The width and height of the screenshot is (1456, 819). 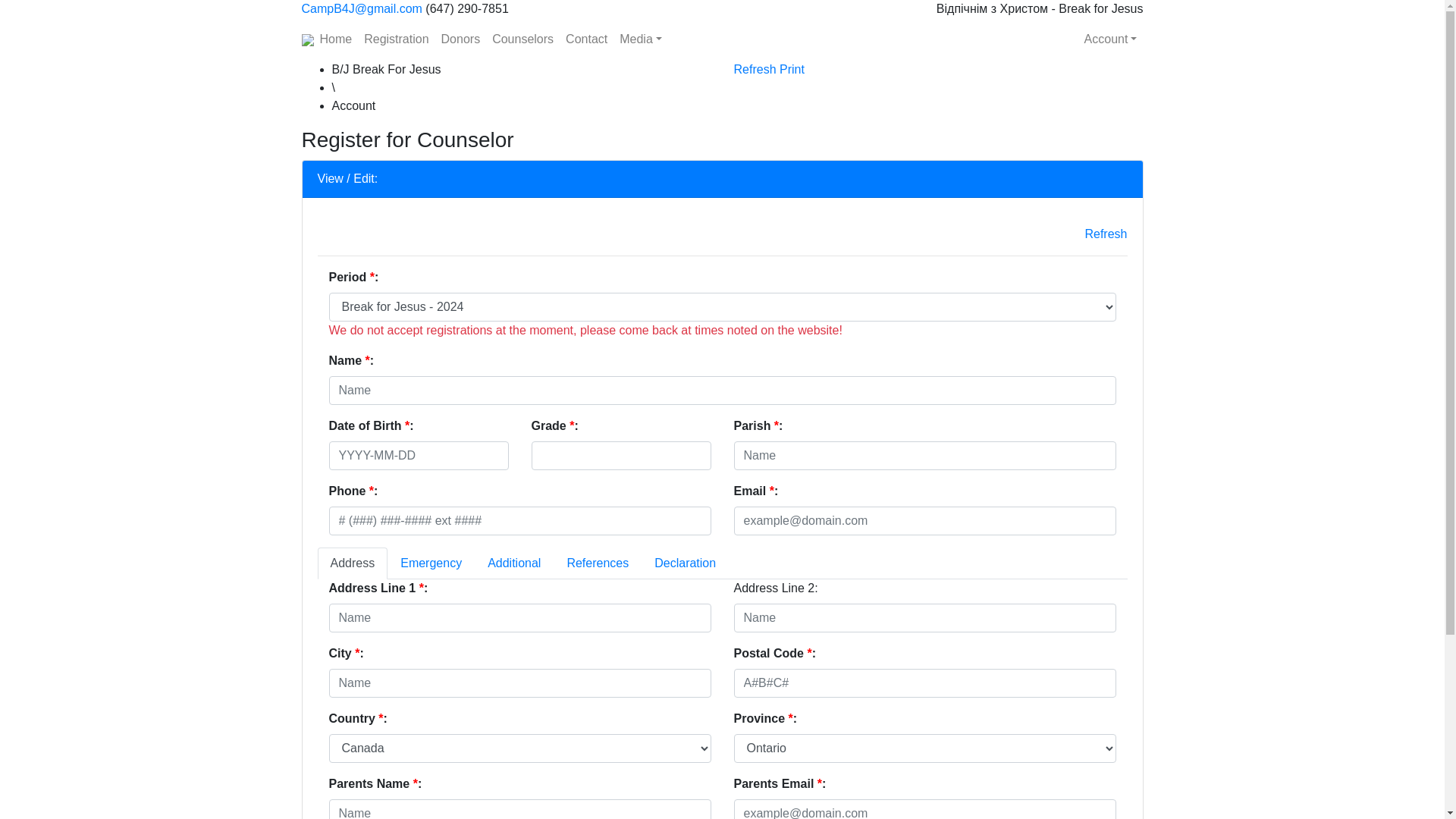 What do you see at coordinates (1106, 234) in the screenshot?
I see `'Refresh'` at bounding box center [1106, 234].